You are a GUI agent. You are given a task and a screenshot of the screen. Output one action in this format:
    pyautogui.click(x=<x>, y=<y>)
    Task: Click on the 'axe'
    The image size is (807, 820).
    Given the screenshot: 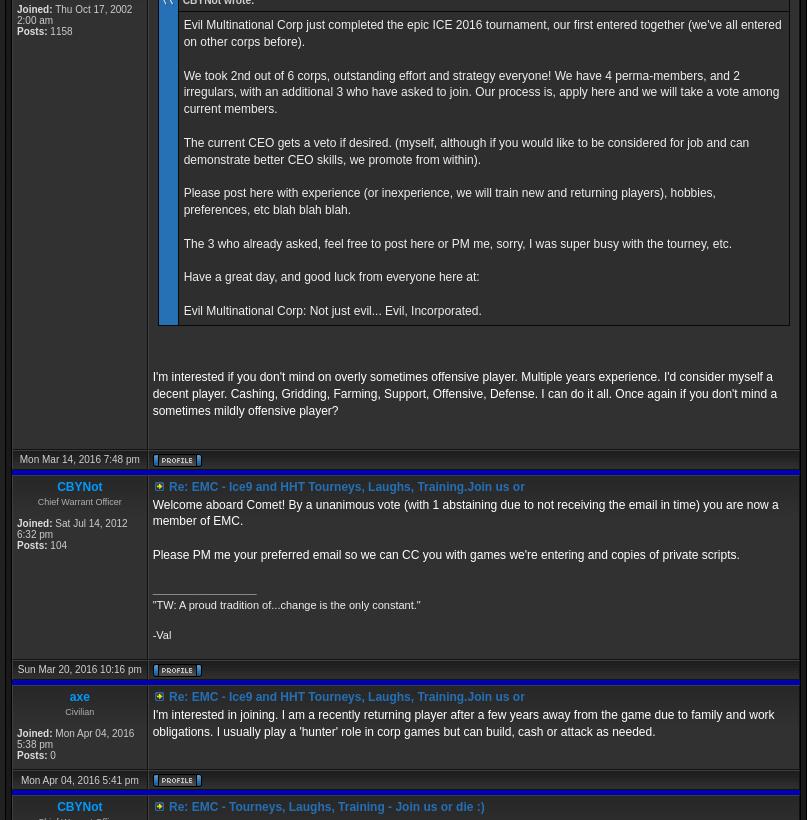 What is the action you would take?
    pyautogui.click(x=79, y=696)
    